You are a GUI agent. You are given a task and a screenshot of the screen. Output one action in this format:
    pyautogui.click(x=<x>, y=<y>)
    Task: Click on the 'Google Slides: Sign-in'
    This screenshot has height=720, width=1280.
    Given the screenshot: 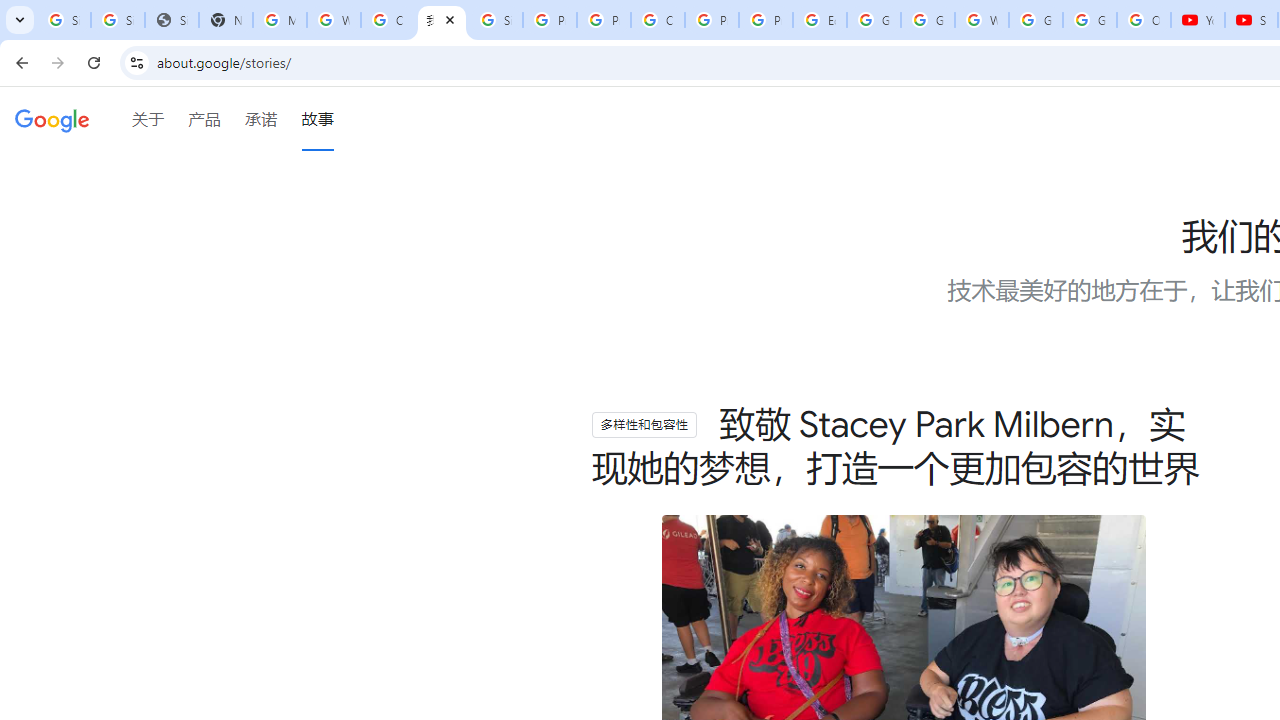 What is the action you would take?
    pyautogui.click(x=874, y=20)
    